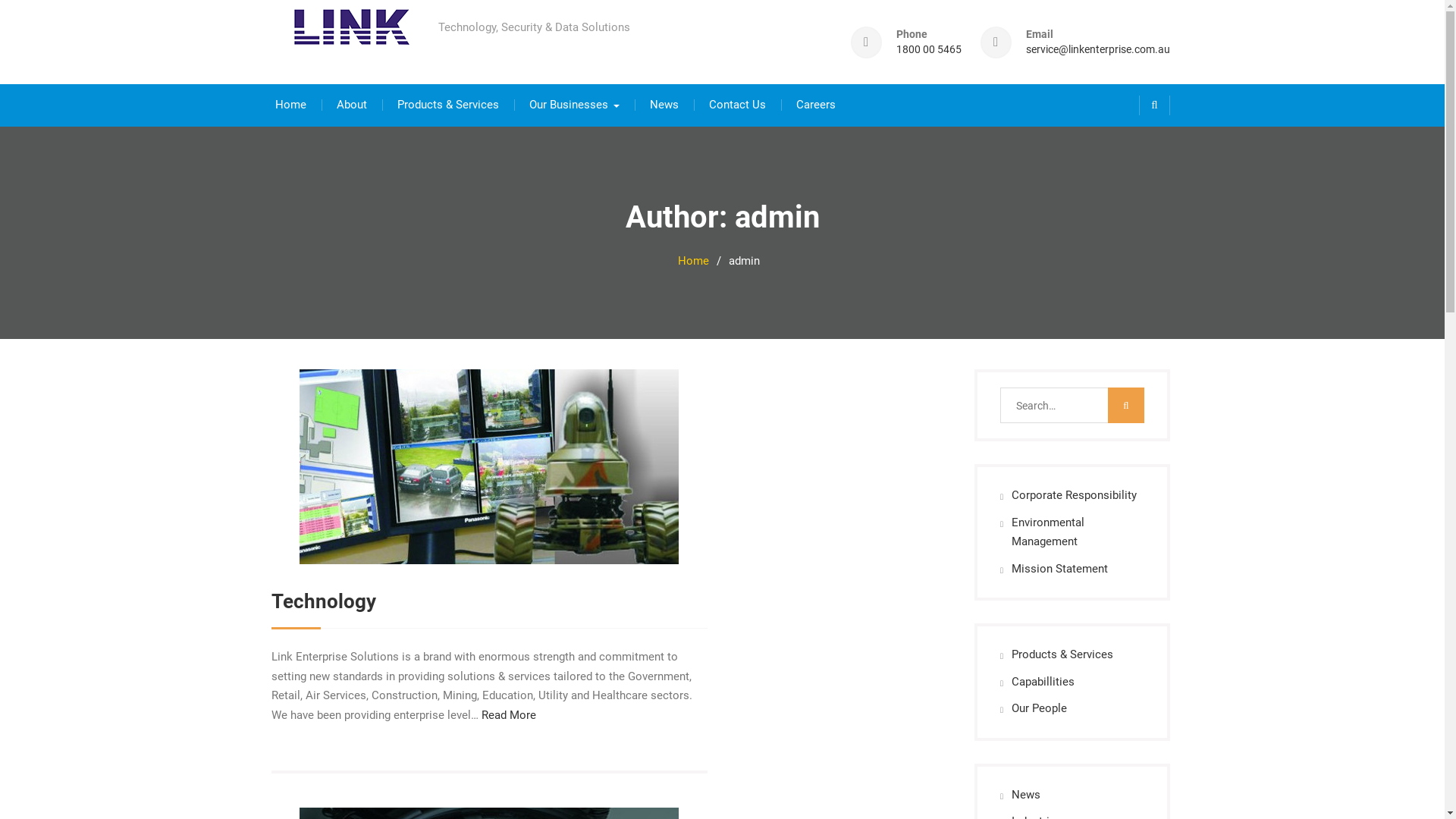 Image resolution: width=1456 pixels, height=819 pixels. Describe the element at coordinates (573, 104) in the screenshot. I see `'Our Businesses'` at that location.